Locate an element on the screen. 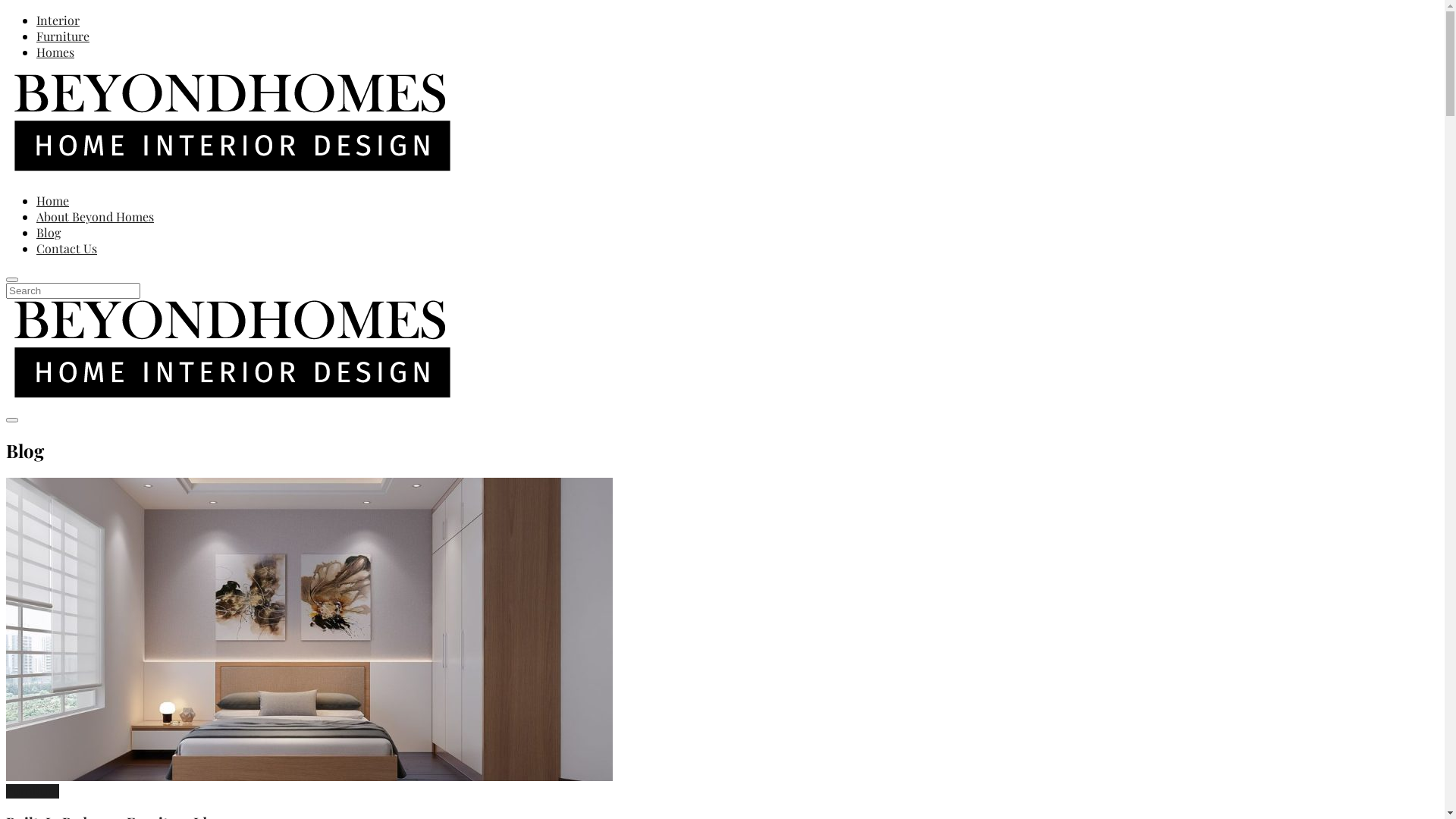  'Blog' is located at coordinates (48, 232).